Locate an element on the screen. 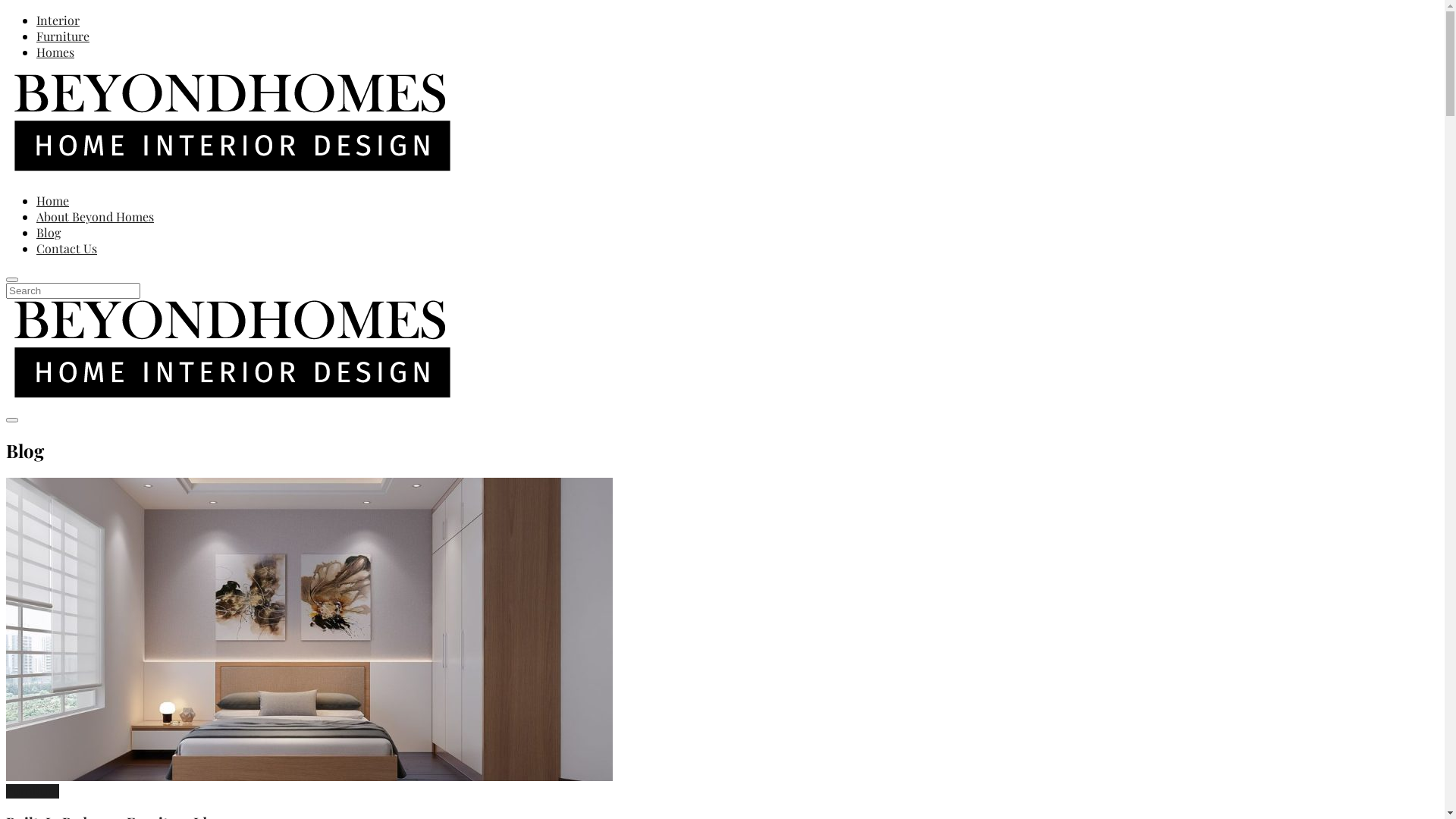  'Blog' is located at coordinates (48, 232).